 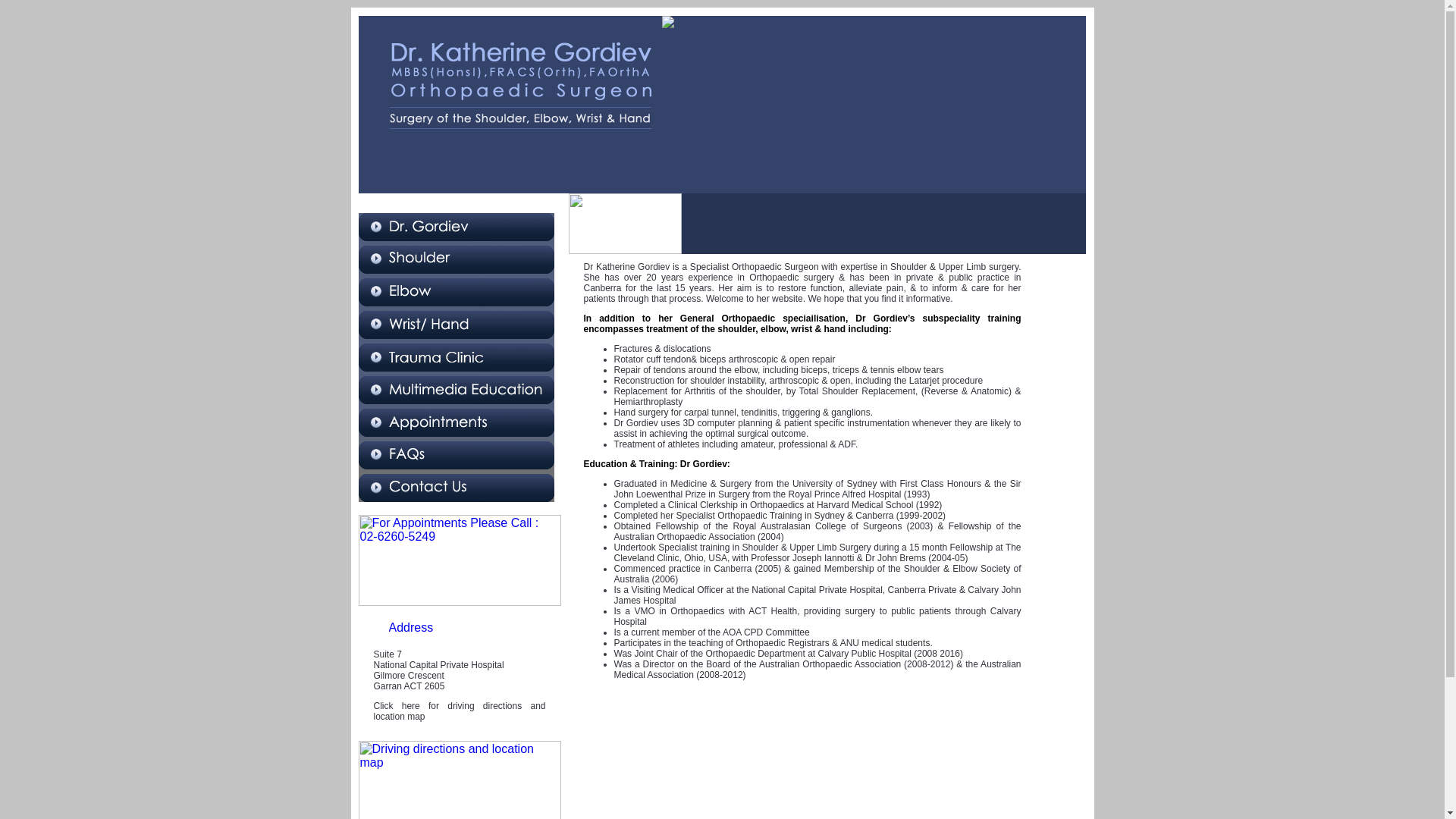 What do you see at coordinates (396, 705) in the screenshot?
I see `'Click here'` at bounding box center [396, 705].